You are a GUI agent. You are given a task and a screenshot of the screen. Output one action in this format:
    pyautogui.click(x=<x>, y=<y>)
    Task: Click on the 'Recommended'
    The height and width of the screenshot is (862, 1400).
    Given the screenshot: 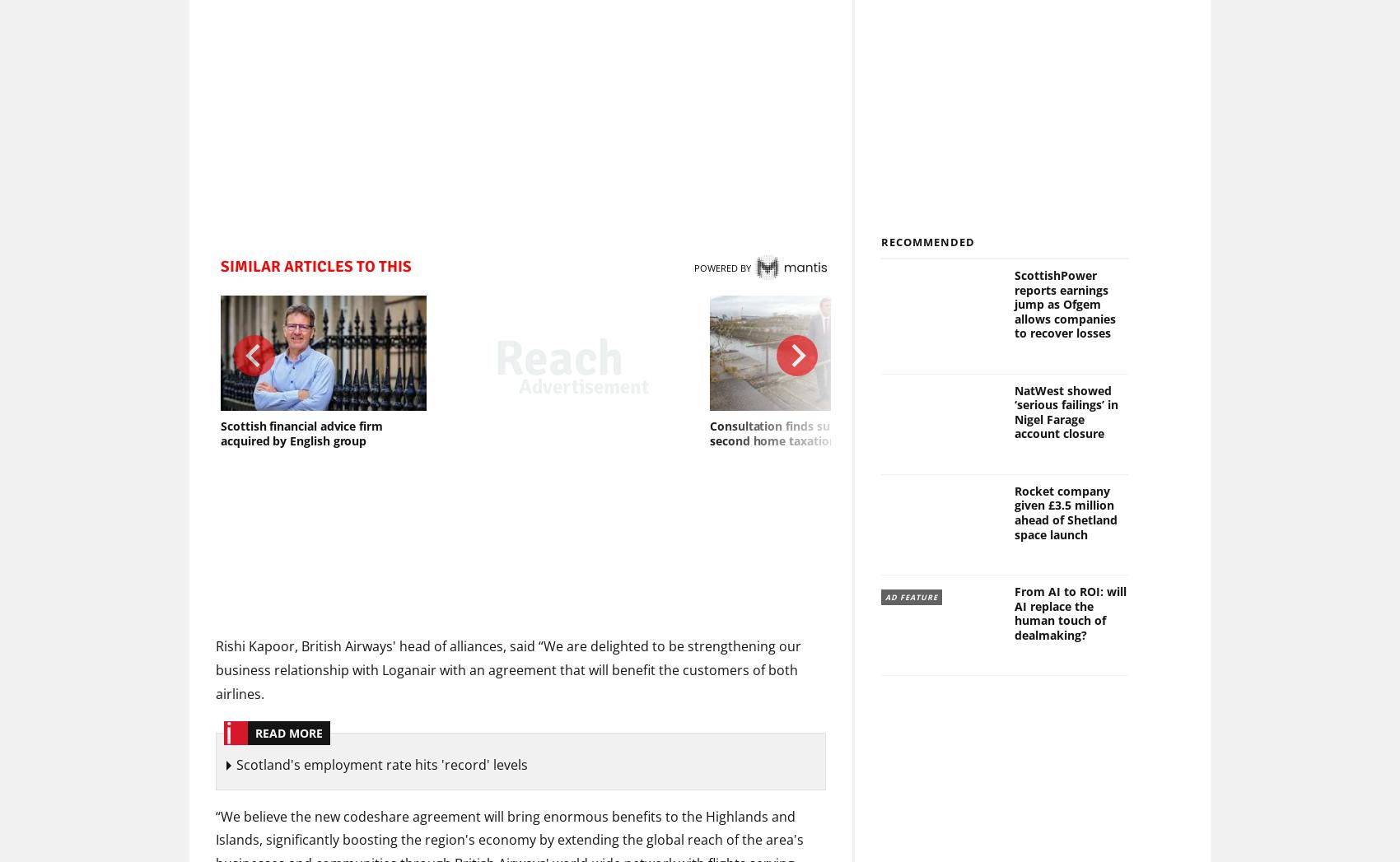 What is the action you would take?
    pyautogui.click(x=927, y=240)
    